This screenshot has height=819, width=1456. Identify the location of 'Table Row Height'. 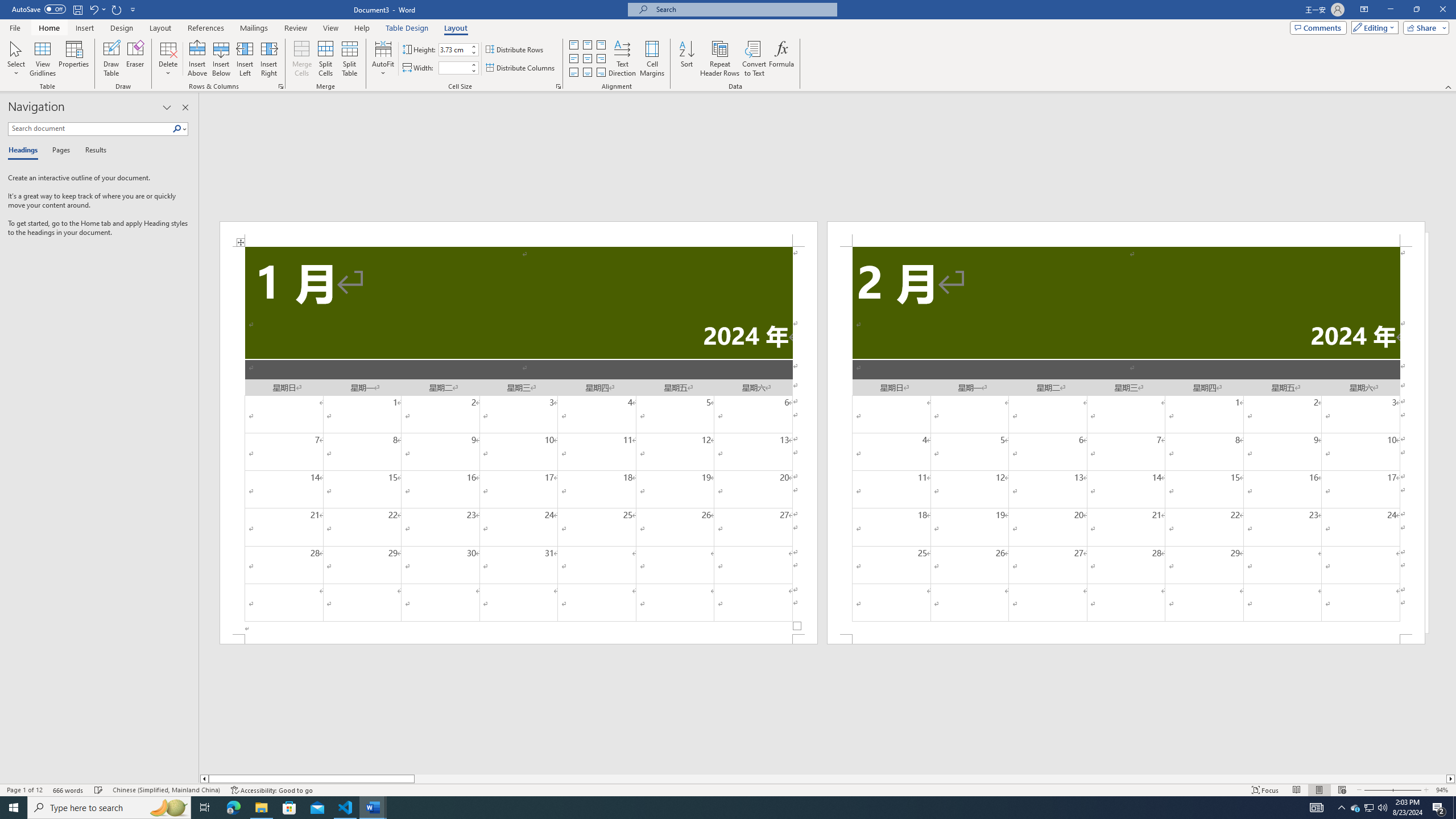
(454, 49).